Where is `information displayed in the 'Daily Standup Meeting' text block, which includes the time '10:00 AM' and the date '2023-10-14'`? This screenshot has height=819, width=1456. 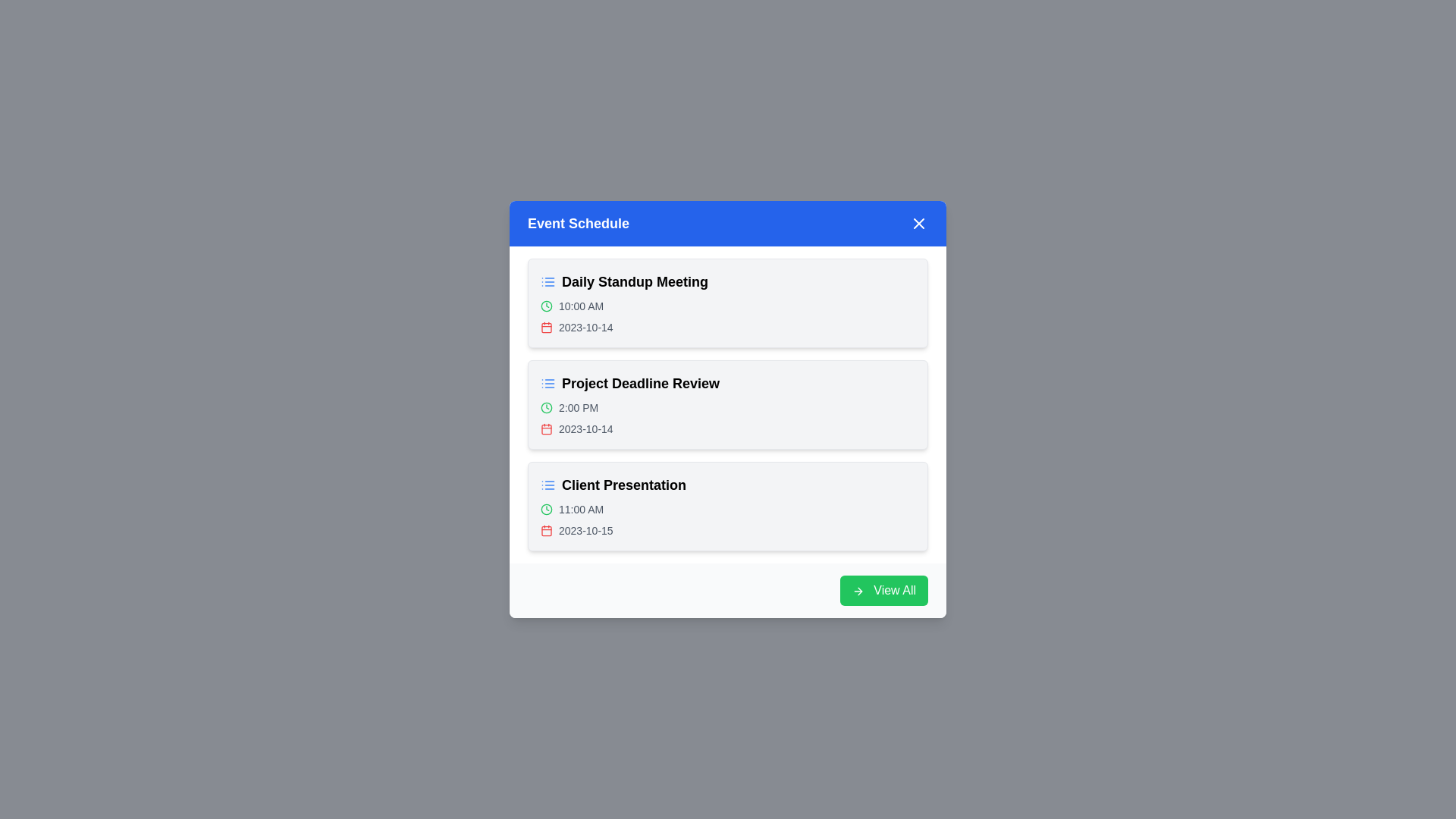 information displayed in the 'Daily Standup Meeting' text block, which includes the time '10:00 AM' and the date '2023-10-14' is located at coordinates (613, 275).